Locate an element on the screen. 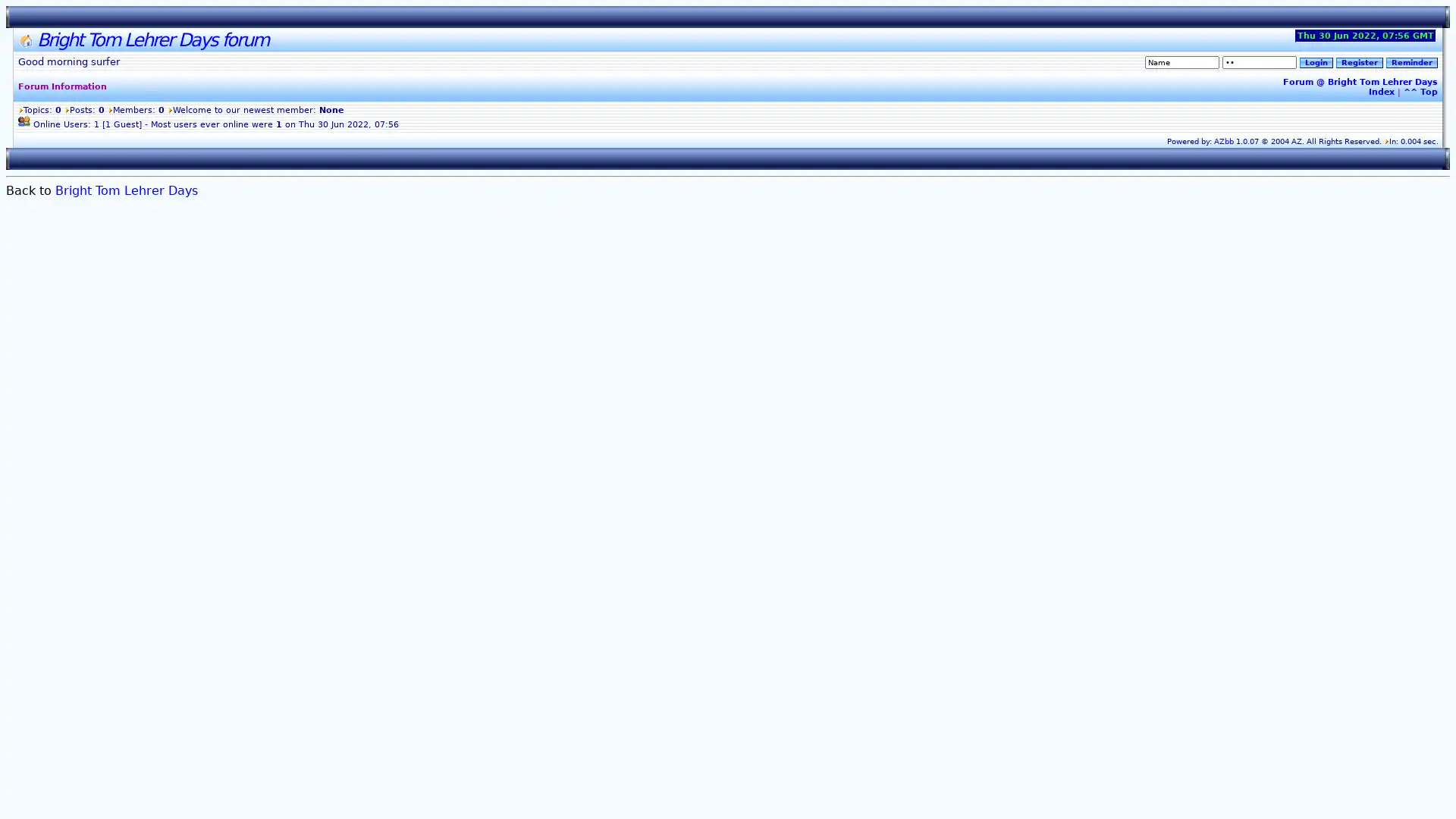  Register is located at coordinates (1360, 61).